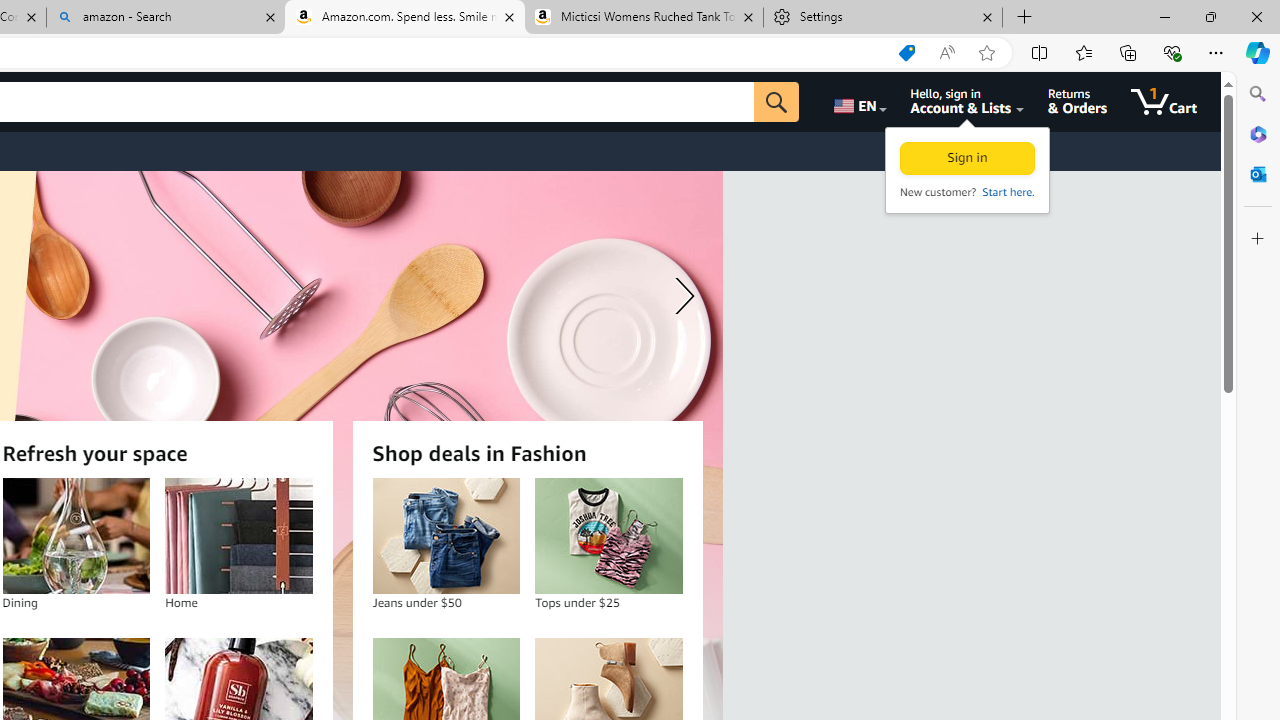  I want to click on 'Close tab', so click(987, 17).